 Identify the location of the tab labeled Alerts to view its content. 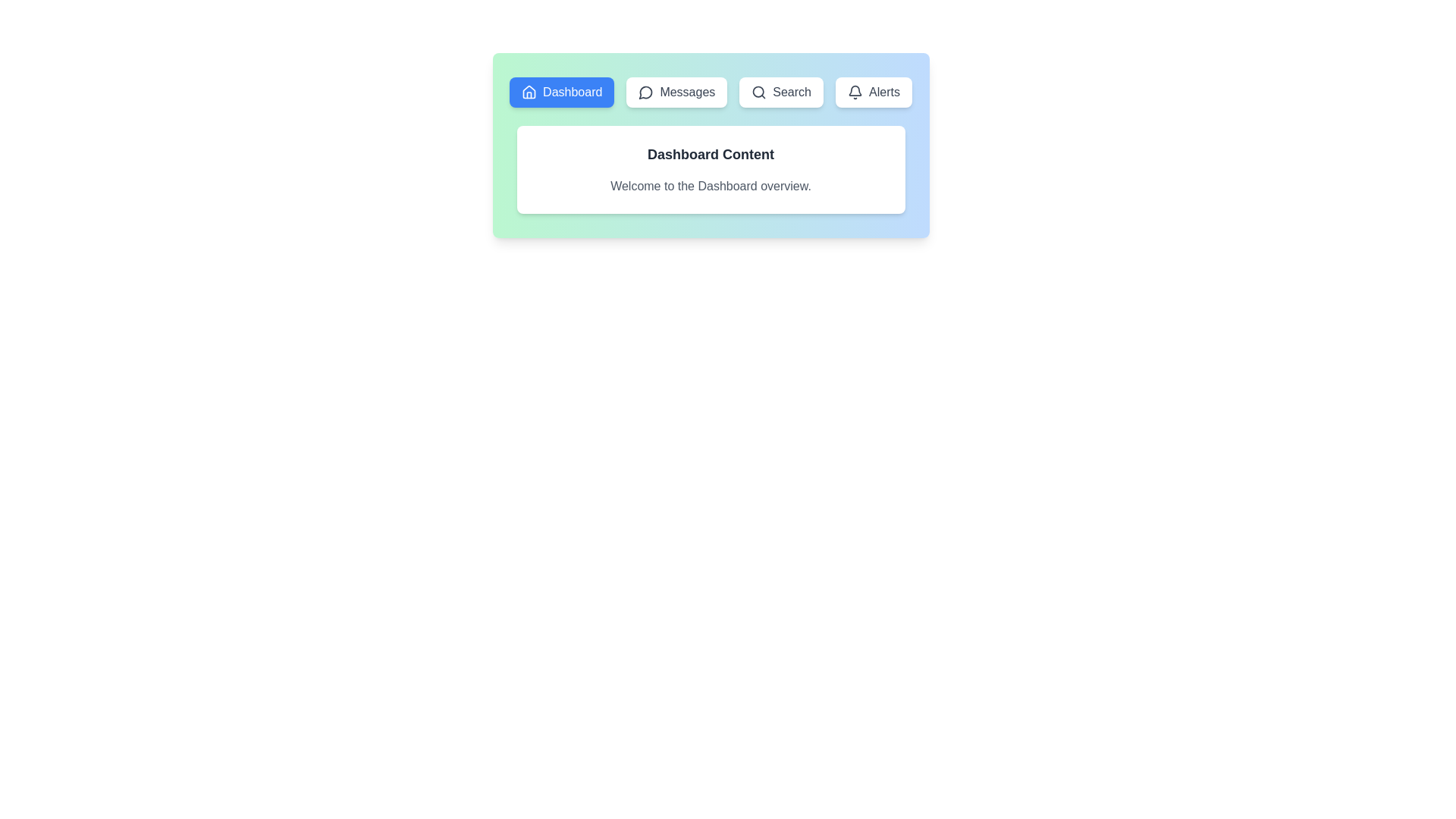
(874, 93).